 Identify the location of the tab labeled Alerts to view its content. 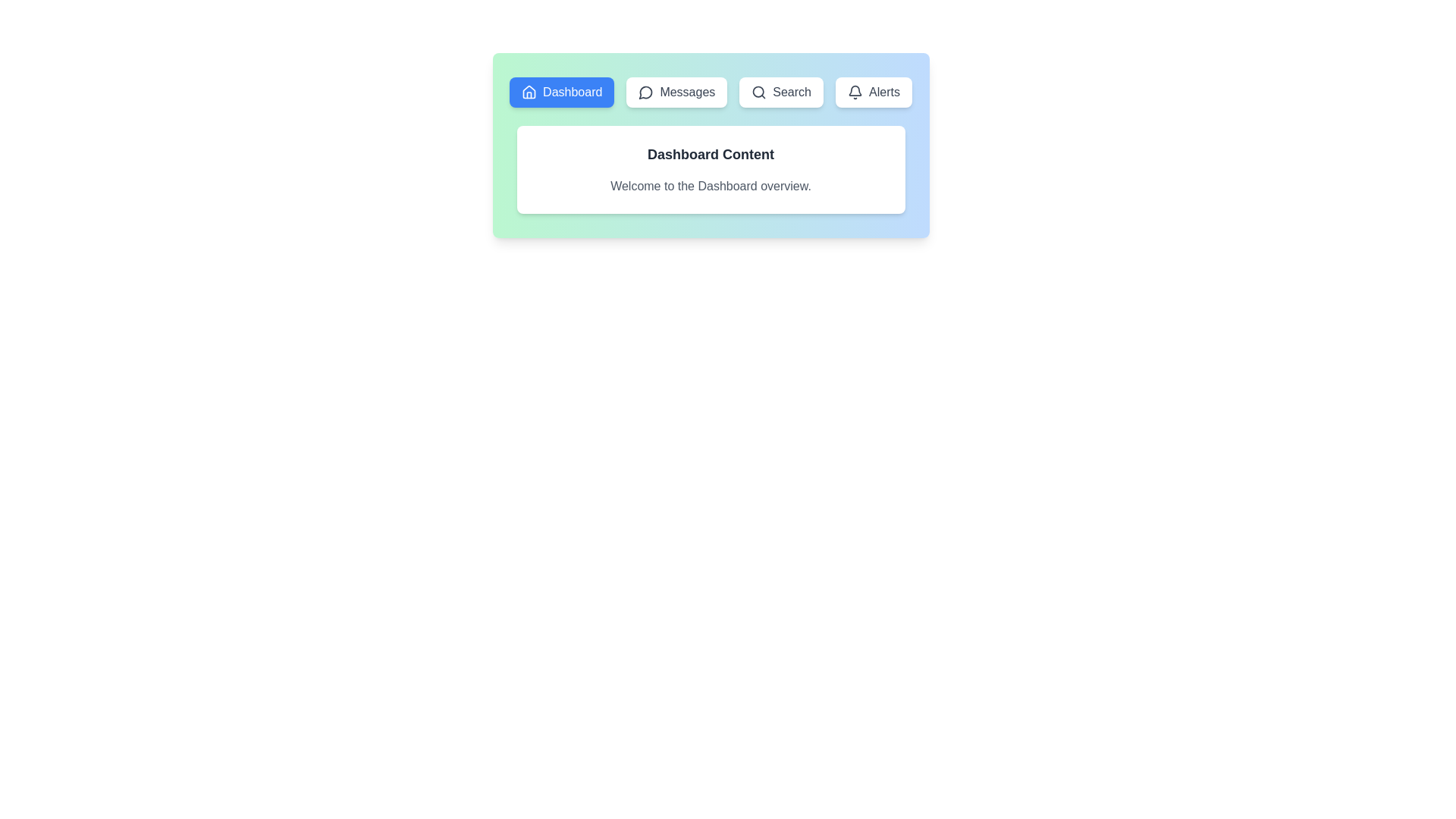
(874, 93).